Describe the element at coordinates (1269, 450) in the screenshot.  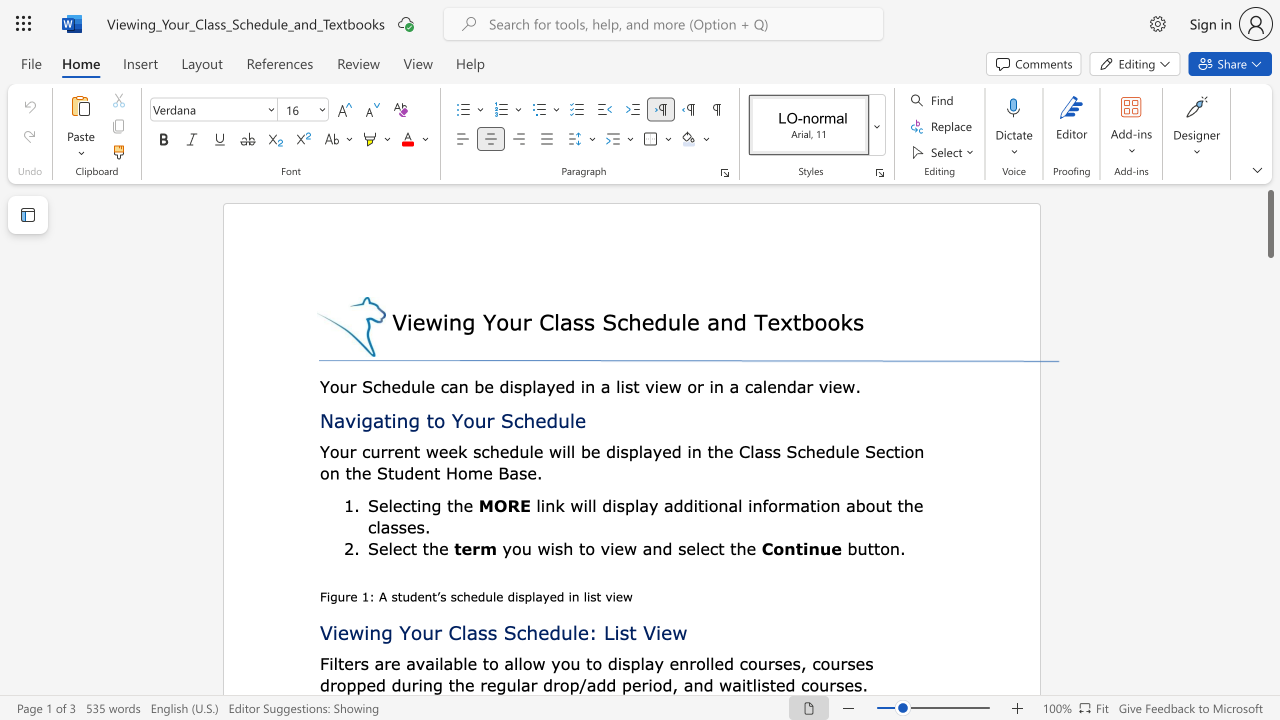
I see `the scrollbar to move the page downward` at that location.